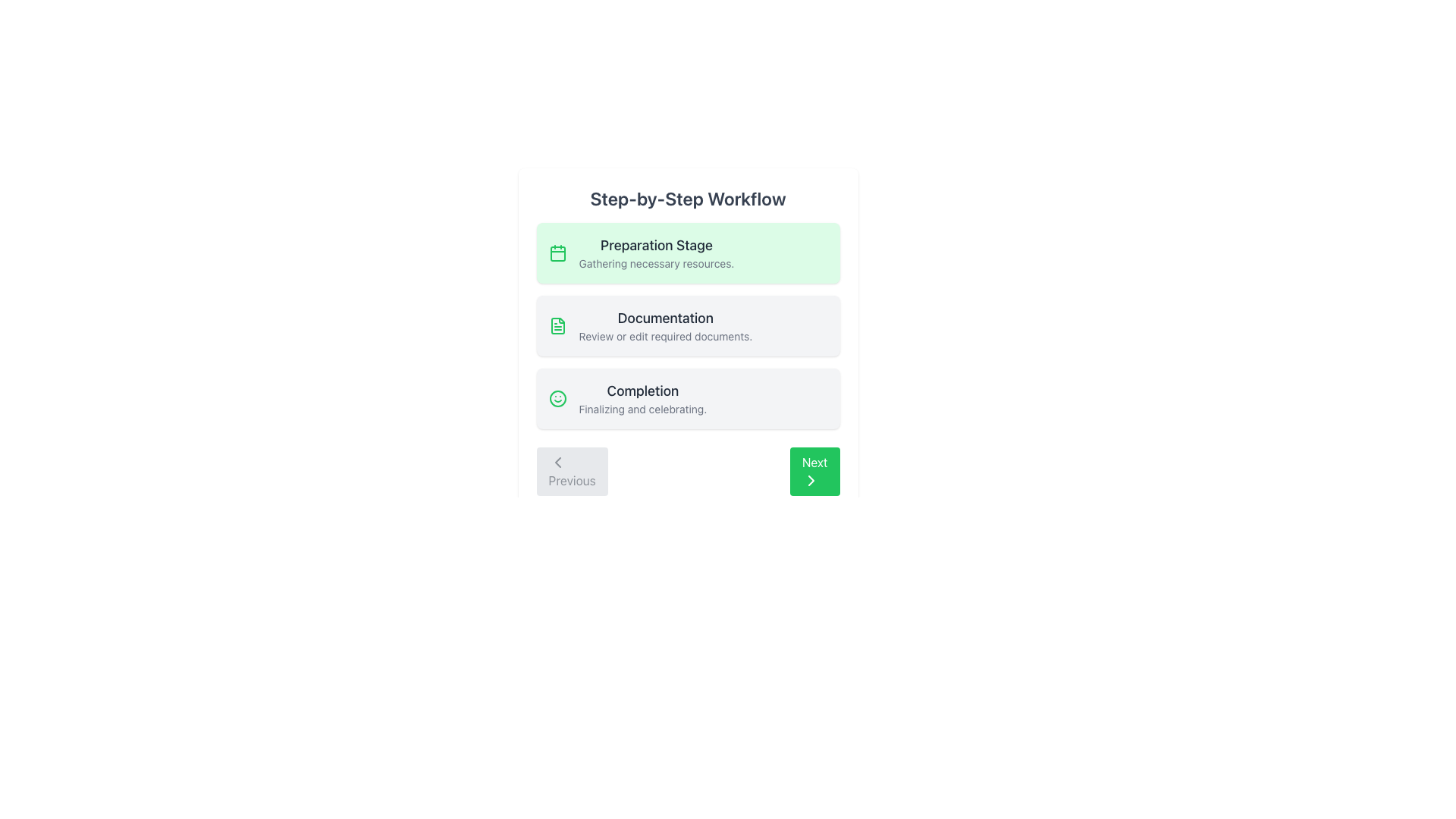 The image size is (1456, 819). What do you see at coordinates (810, 480) in the screenshot?
I see `over the chevron icon SVG element located within the 'Next' button in the bottom-right corner of the interface` at bounding box center [810, 480].